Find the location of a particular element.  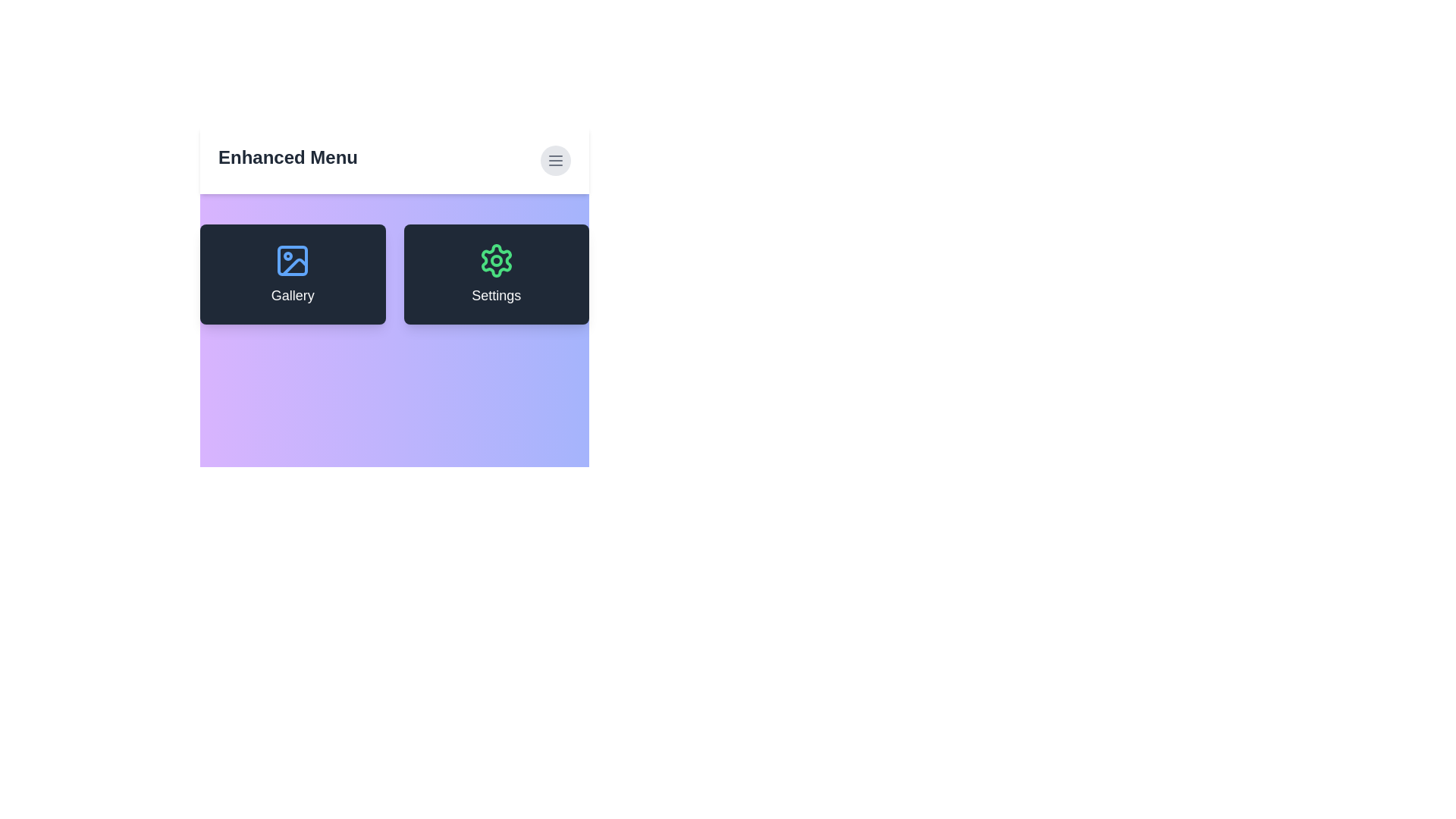

the header text 'Enhanced Menu' to select it is located at coordinates (287, 161).